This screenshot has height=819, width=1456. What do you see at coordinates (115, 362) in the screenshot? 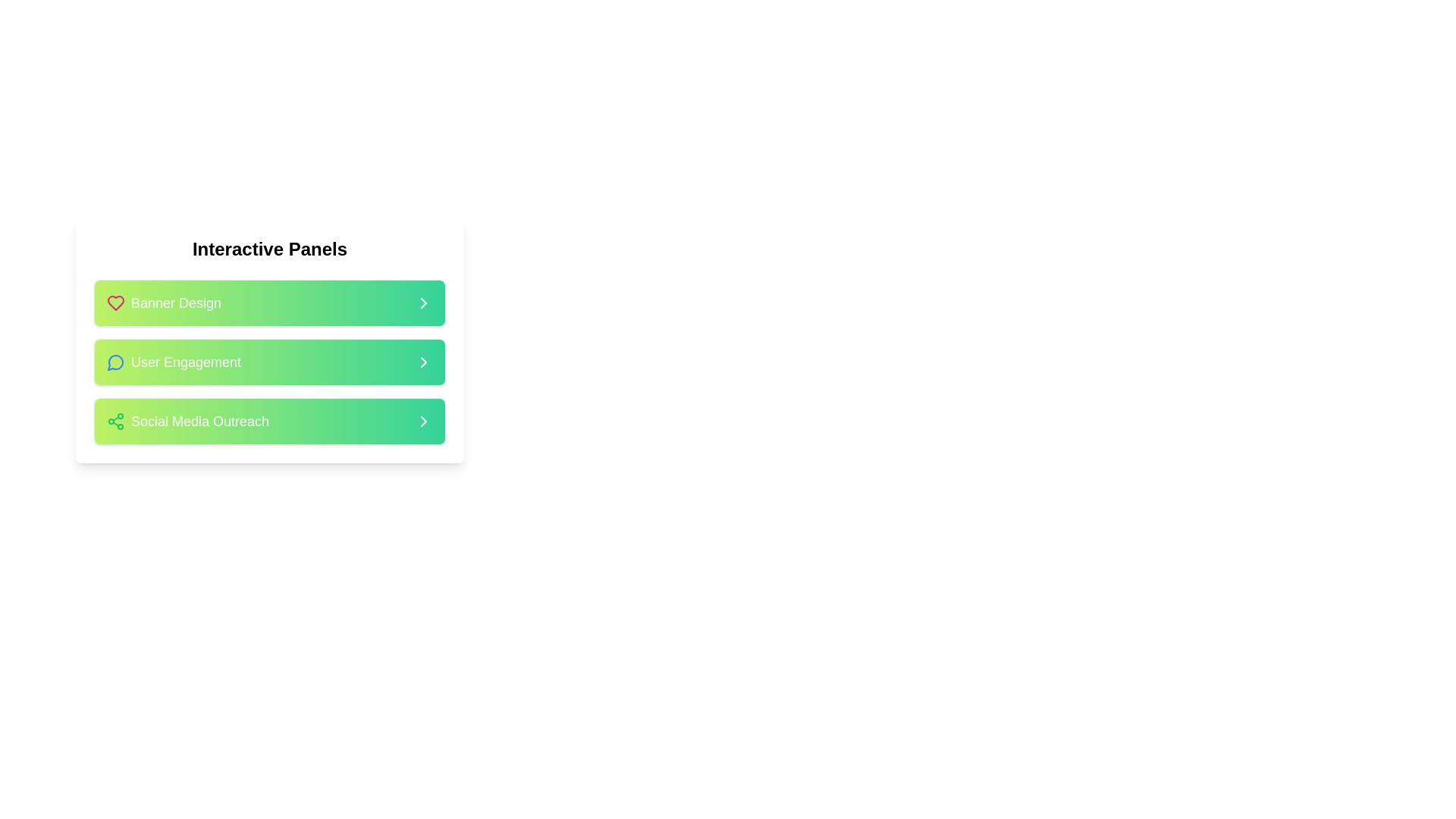
I see `the 'User Engagement' icon located next to the label 'User Engagement' in the 'Interactive Panels' section` at bounding box center [115, 362].